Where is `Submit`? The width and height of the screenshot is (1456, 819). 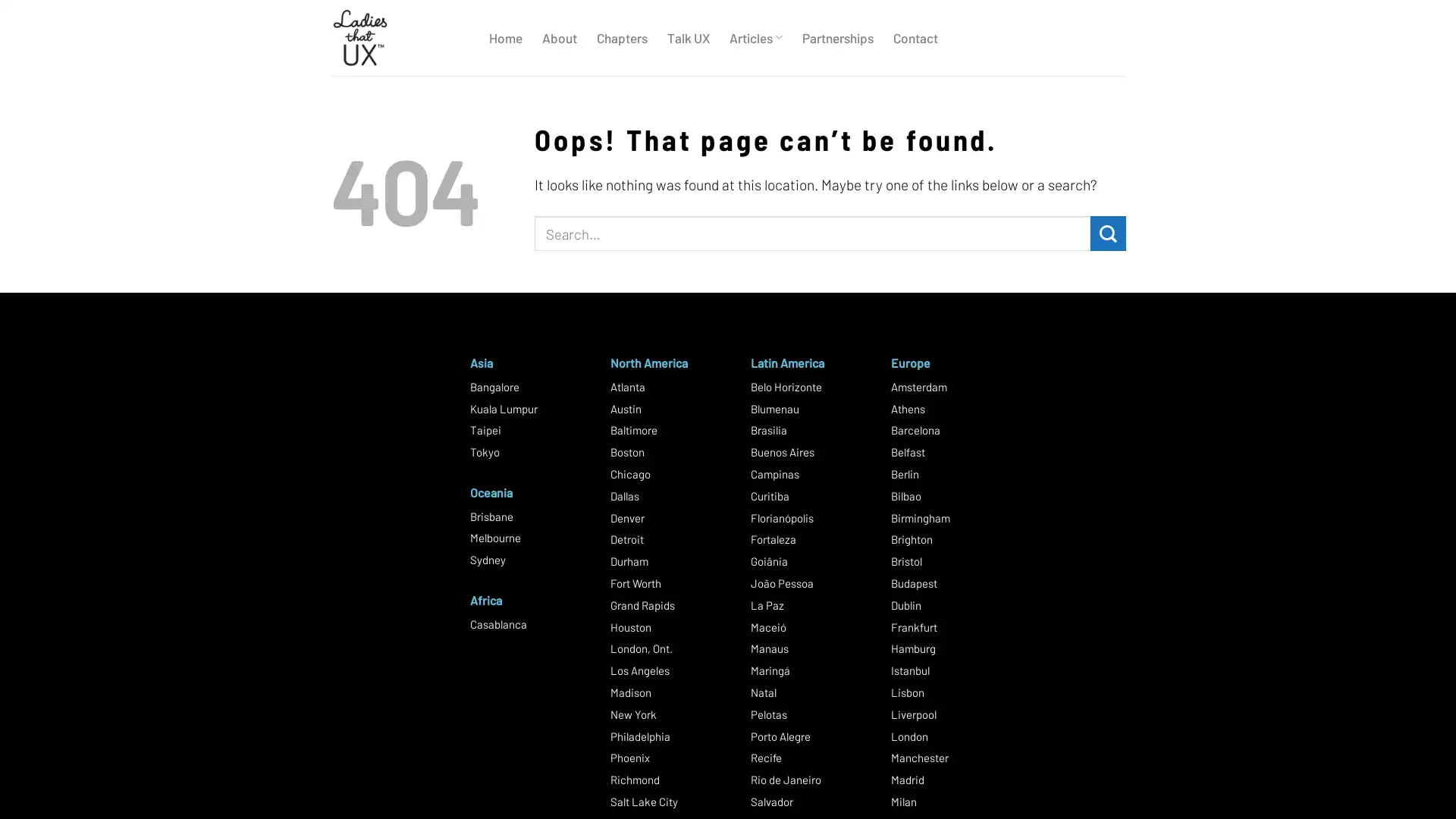 Submit is located at coordinates (1108, 233).